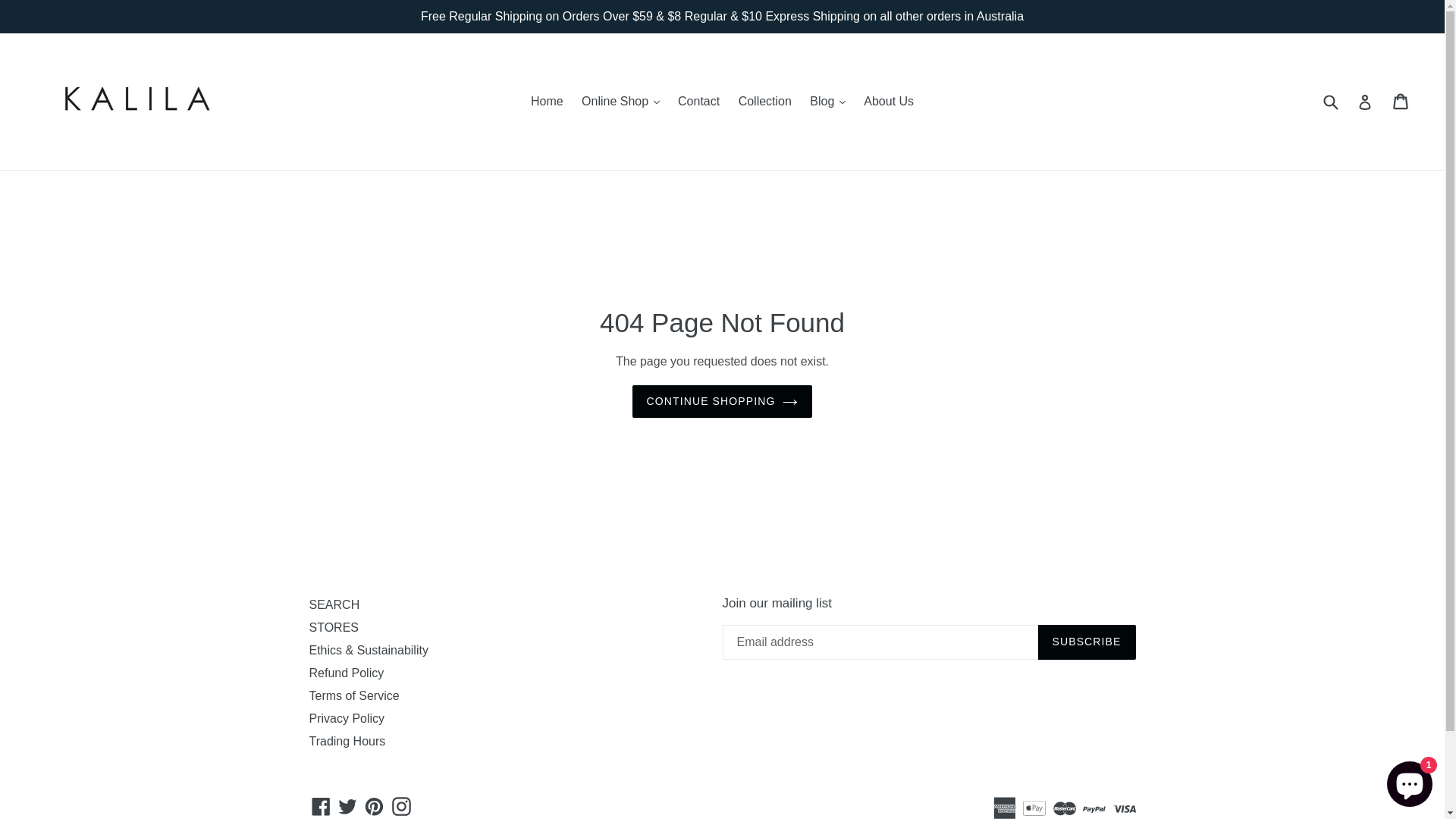 This screenshot has width=1456, height=819. What do you see at coordinates (369, 649) in the screenshot?
I see `'Ethics & Sustainability'` at bounding box center [369, 649].